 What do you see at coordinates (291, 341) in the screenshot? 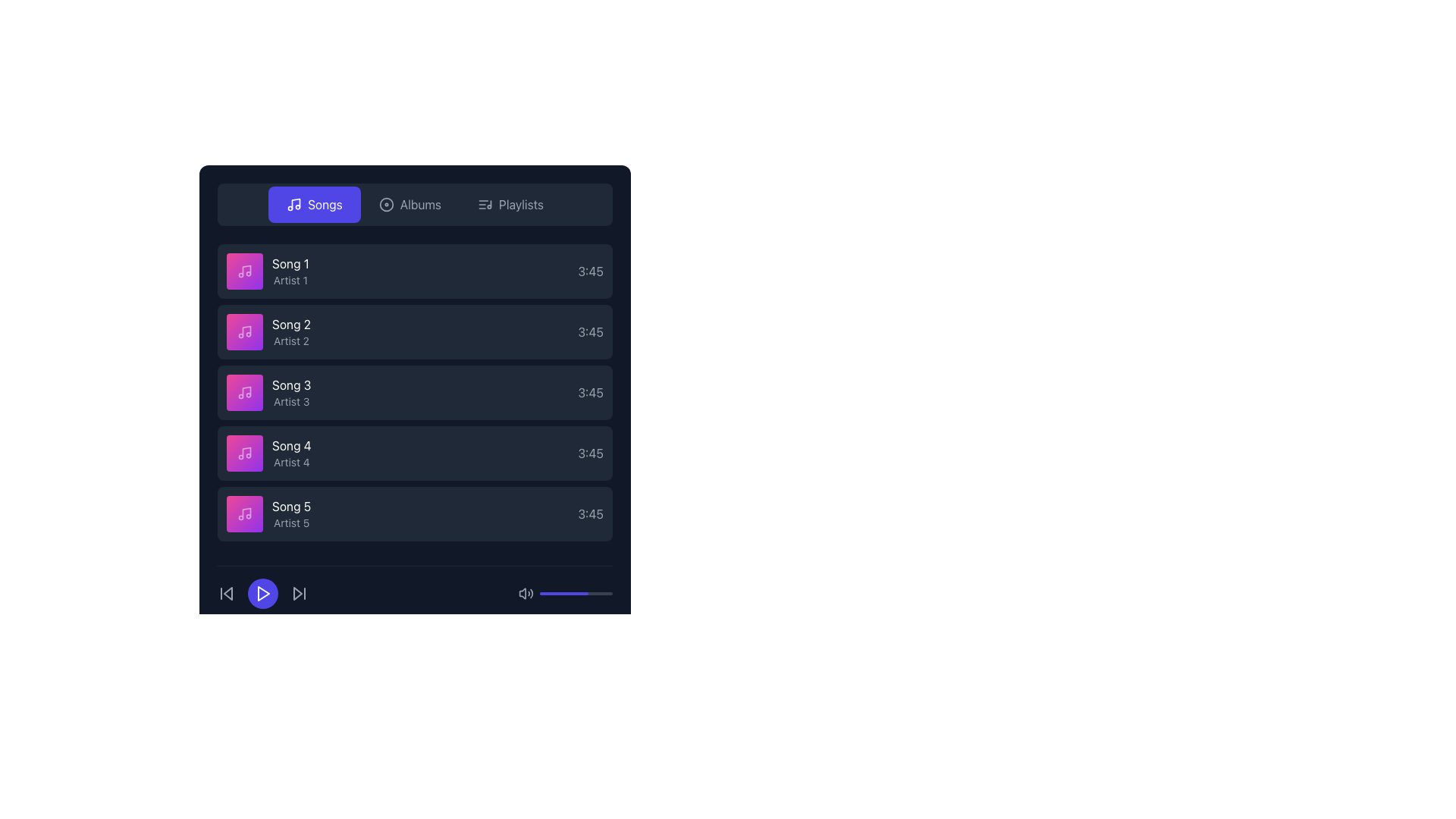
I see `the text label indicating 'Artist 2', which is the second line in the second item of a vertically stacked list associated with the song 'Song 2'` at bounding box center [291, 341].